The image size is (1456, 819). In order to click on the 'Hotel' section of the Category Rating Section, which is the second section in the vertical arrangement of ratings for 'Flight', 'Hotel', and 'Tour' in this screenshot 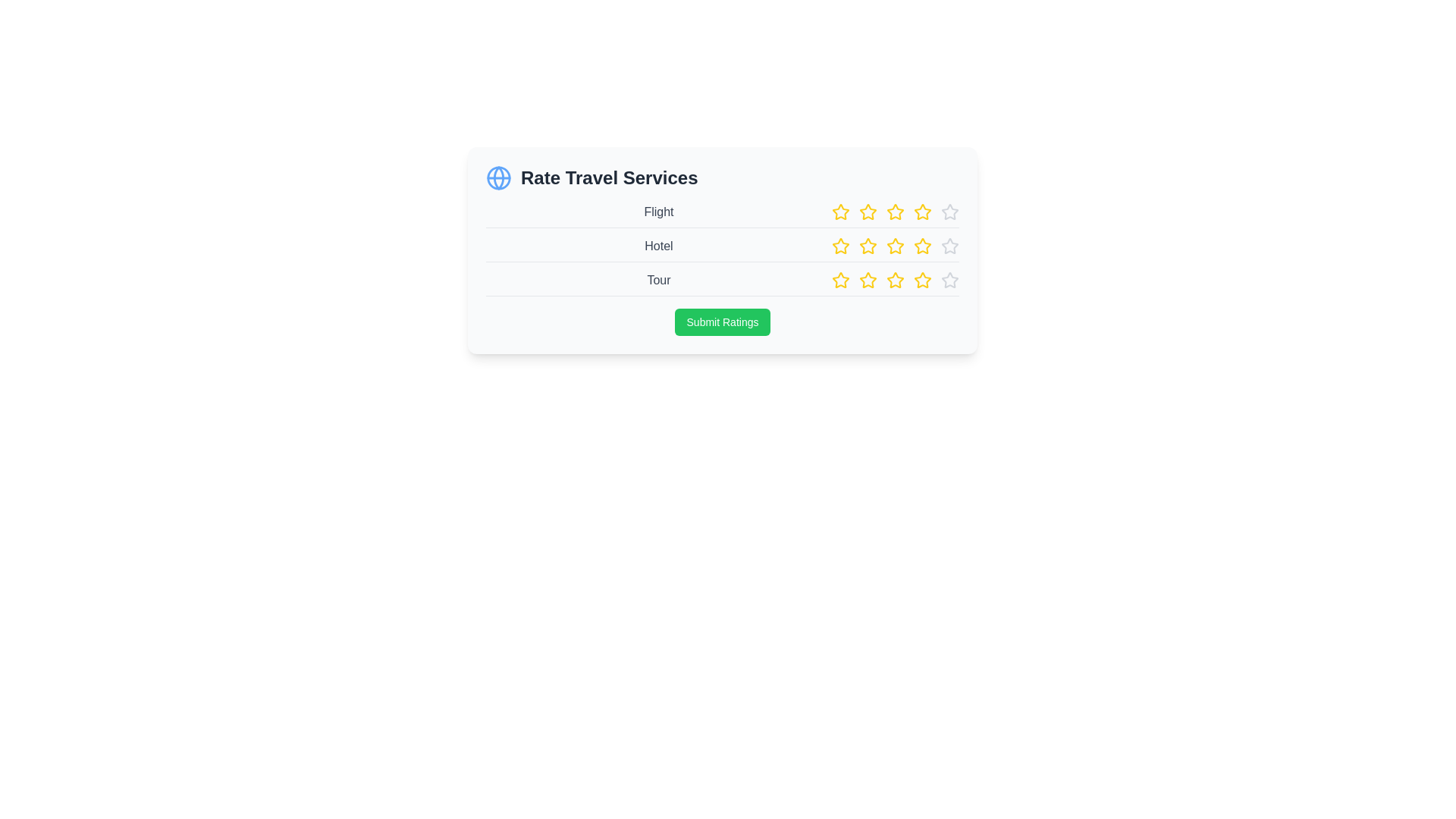, I will do `click(722, 249)`.